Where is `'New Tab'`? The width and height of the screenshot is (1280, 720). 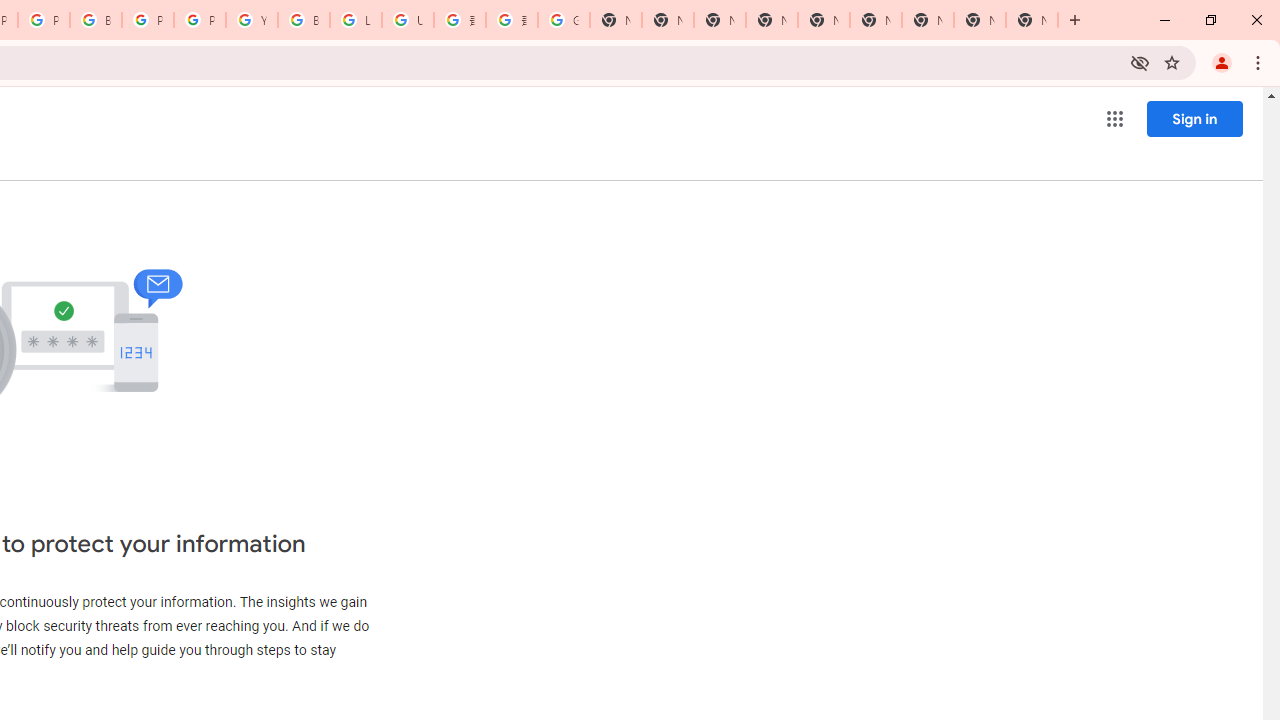
'New Tab' is located at coordinates (1032, 20).